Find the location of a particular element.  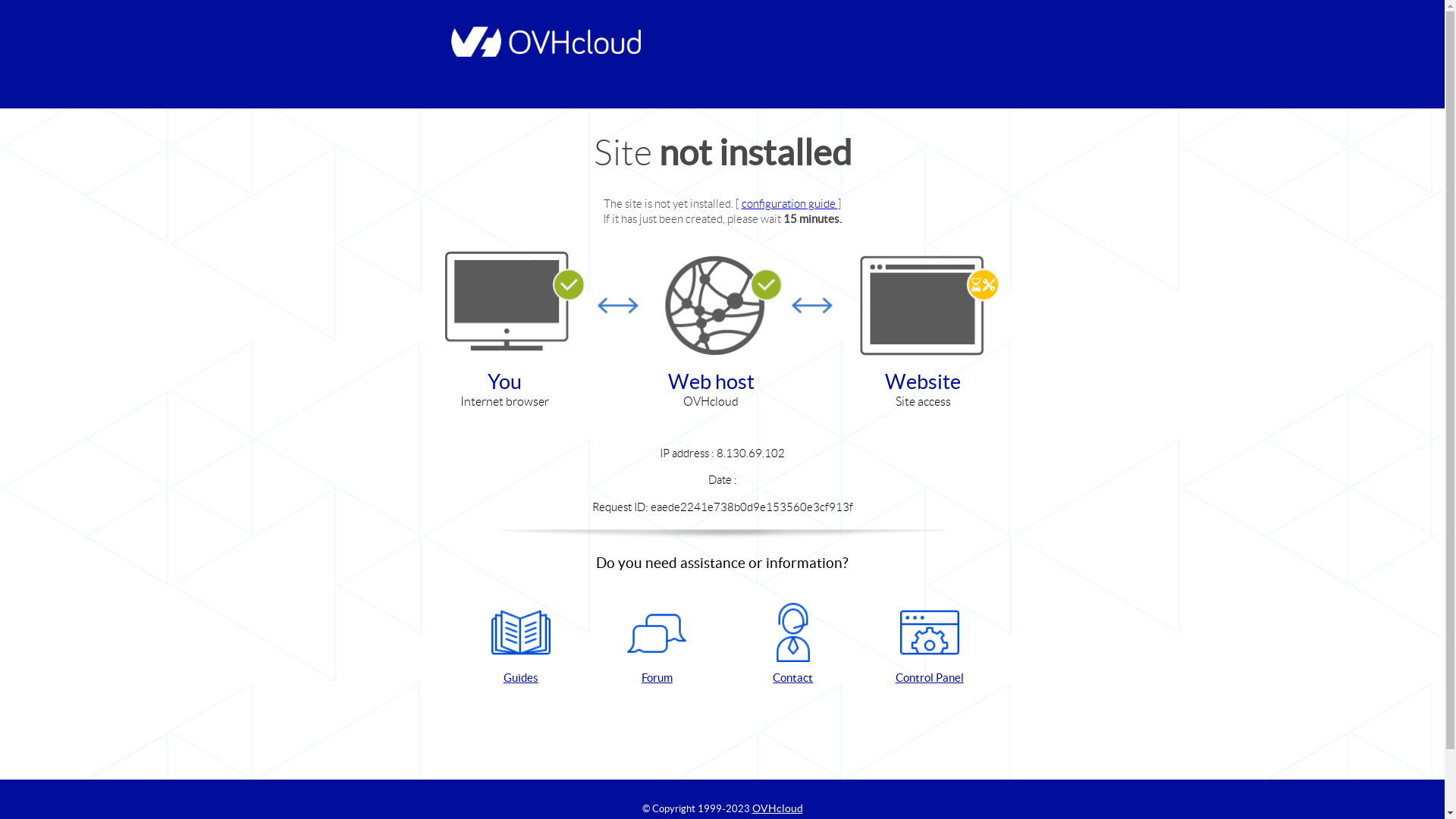

'Contact' is located at coordinates (792, 644).